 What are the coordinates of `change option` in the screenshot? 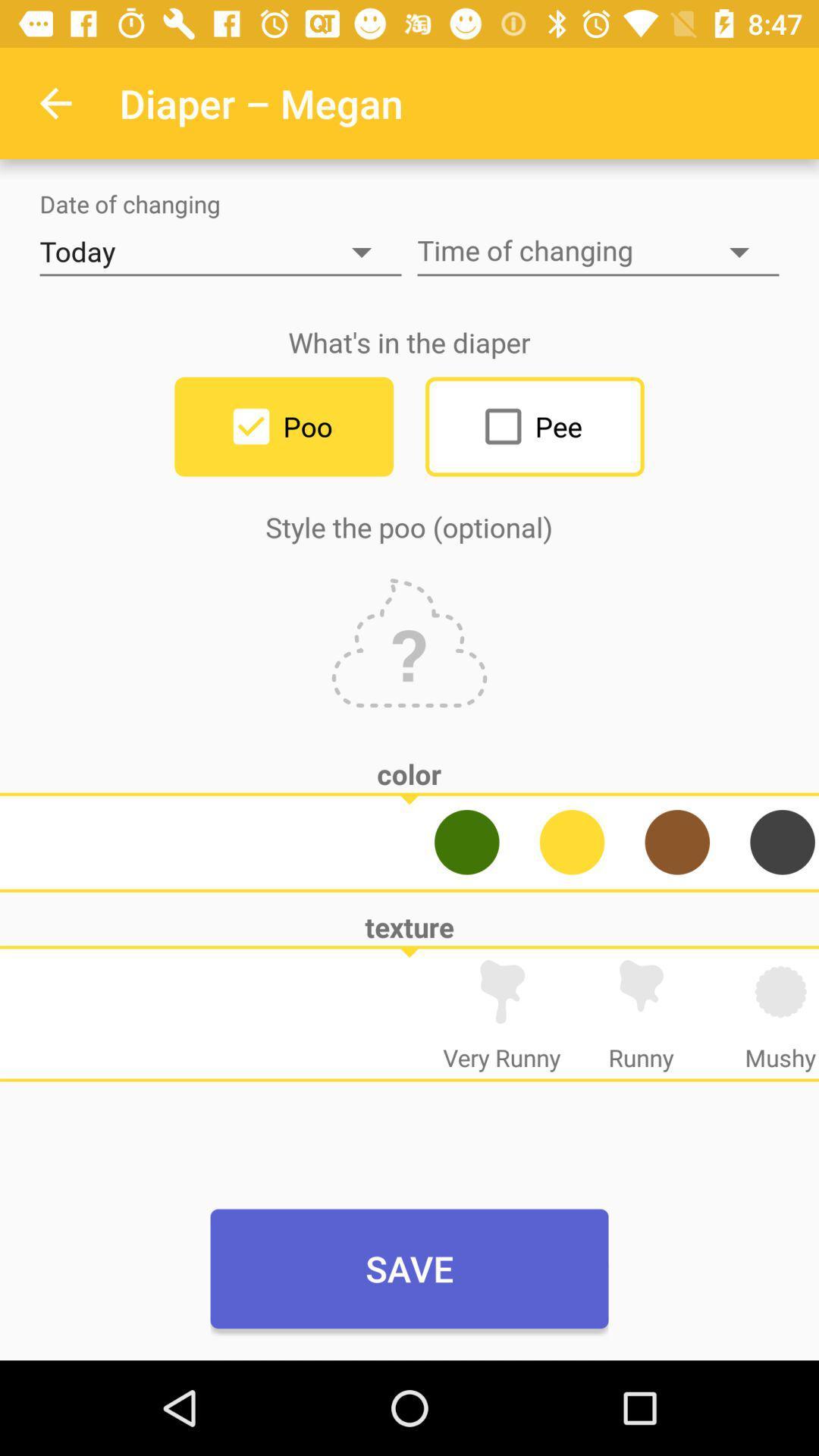 It's located at (572, 841).